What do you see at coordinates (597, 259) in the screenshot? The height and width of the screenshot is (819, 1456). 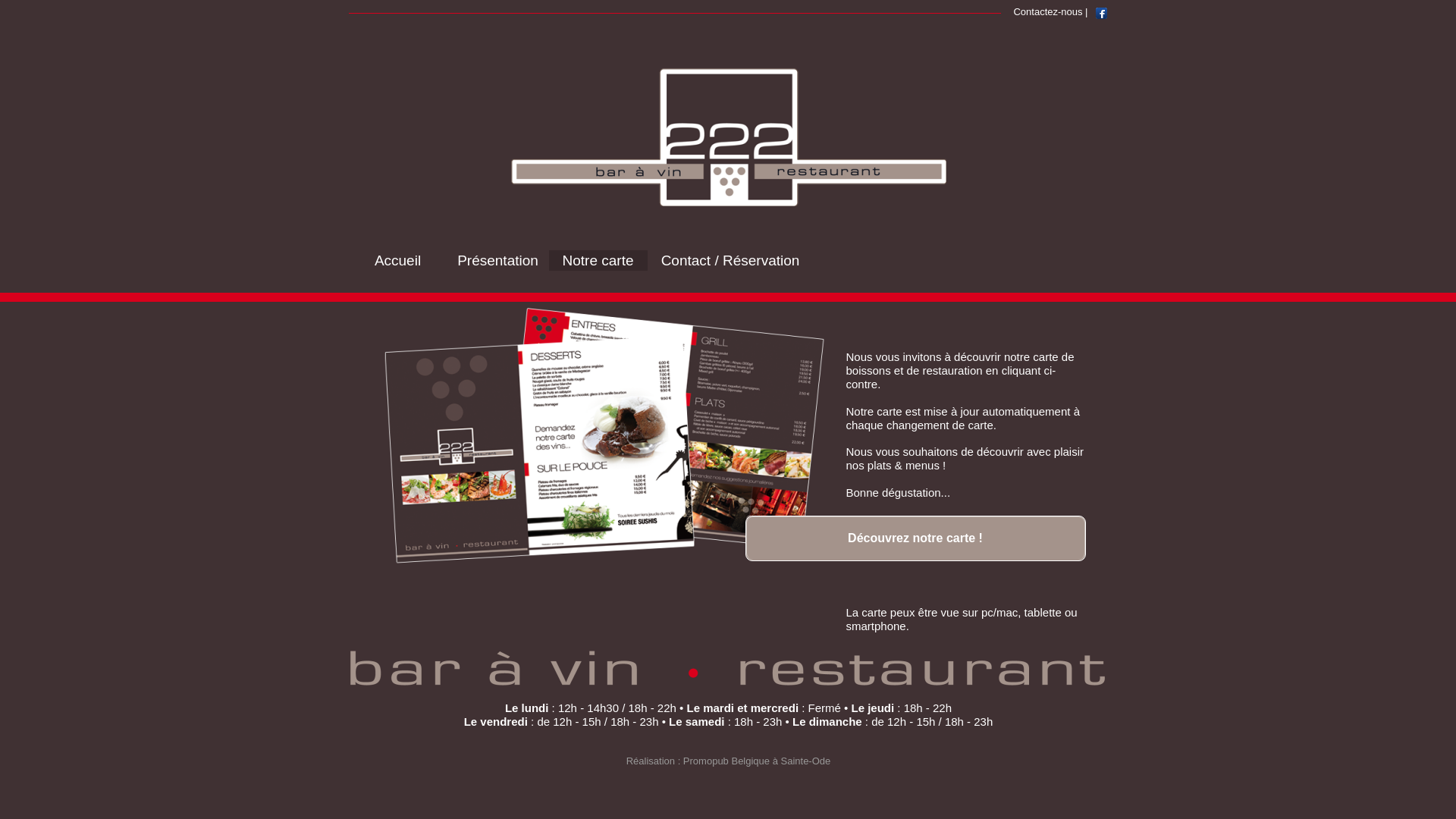 I see `'Notre carte'` at bounding box center [597, 259].